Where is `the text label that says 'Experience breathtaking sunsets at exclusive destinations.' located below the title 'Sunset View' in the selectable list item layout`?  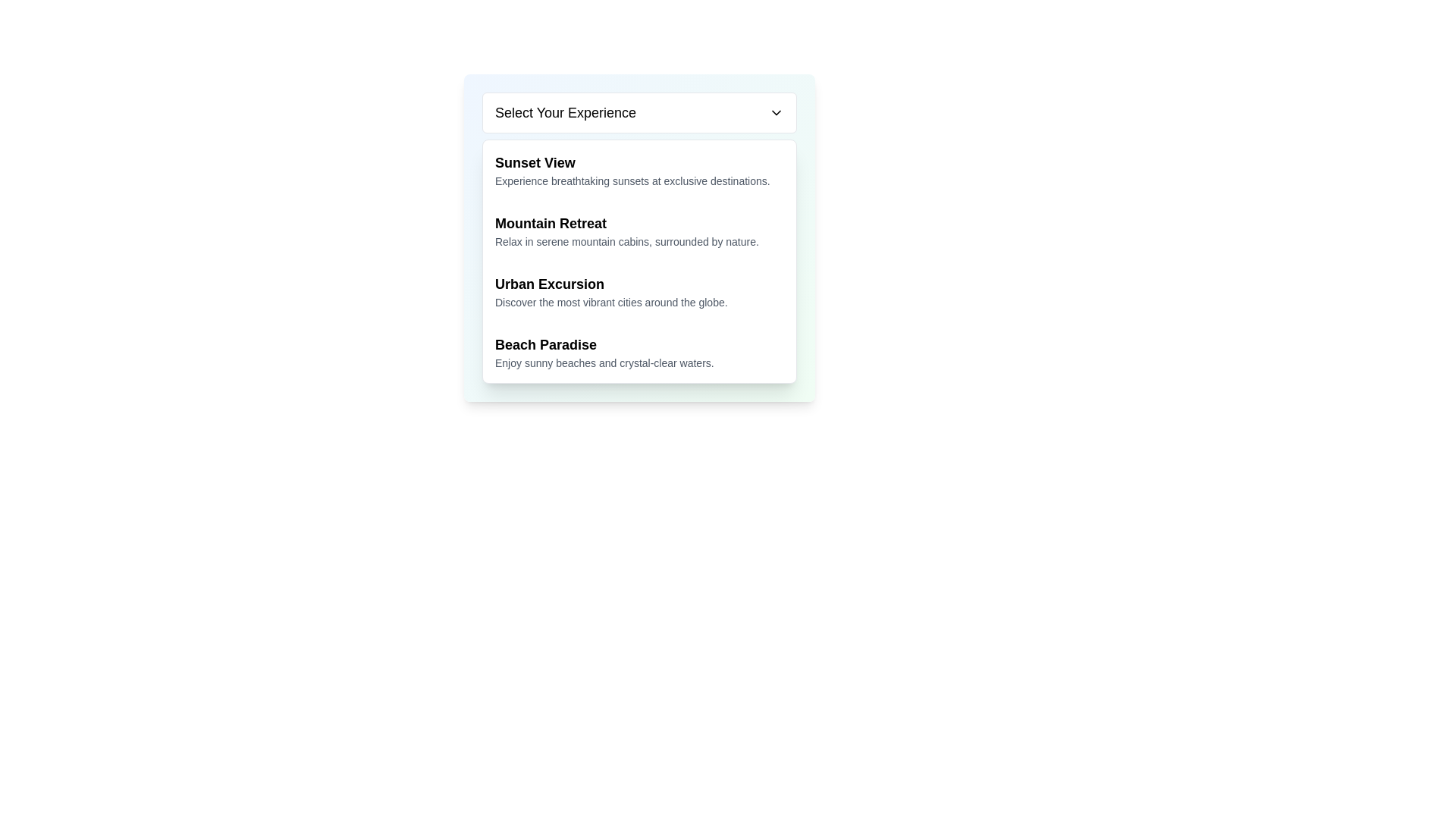 the text label that says 'Experience breathtaking sunsets at exclusive destinations.' located below the title 'Sunset View' in the selectable list item layout is located at coordinates (639, 180).